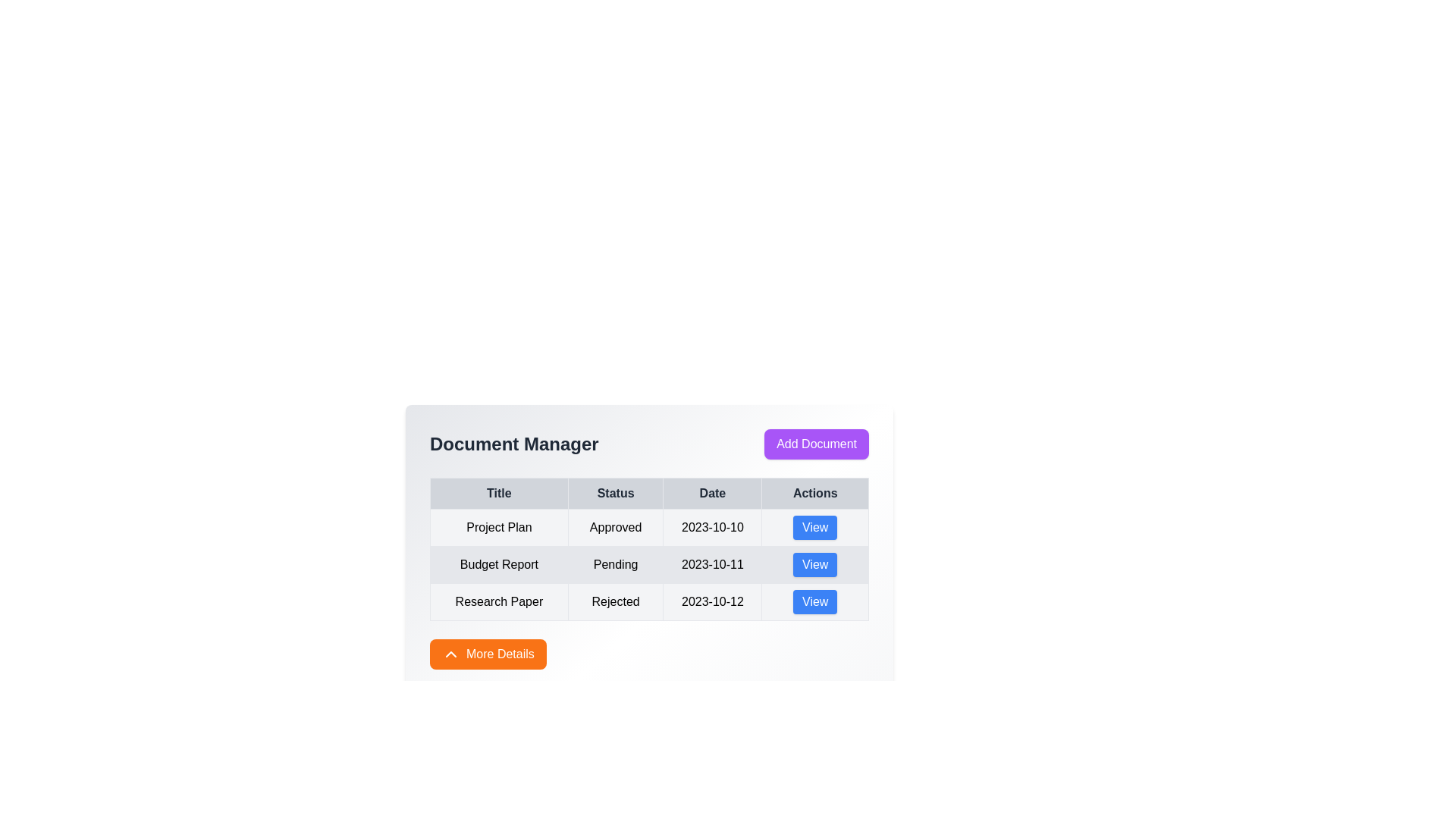 This screenshot has height=819, width=1456. What do you see at coordinates (814, 564) in the screenshot?
I see `the blue rectangular button labeled 'View', which is positioned in the last column of the second row under the 'Actions' header` at bounding box center [814, 564].